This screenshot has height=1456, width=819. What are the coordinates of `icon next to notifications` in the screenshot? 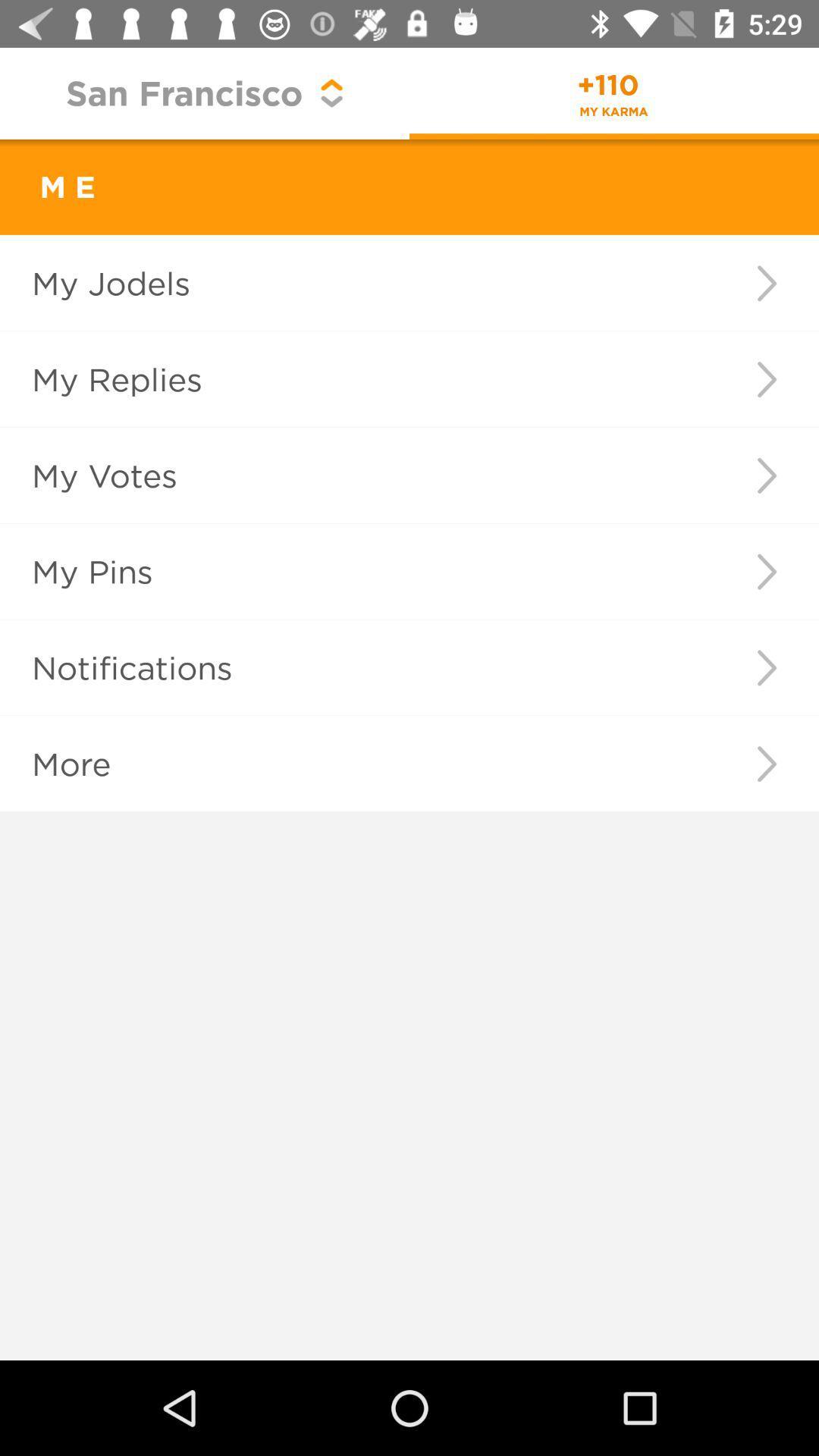 It's located at (767, 667).